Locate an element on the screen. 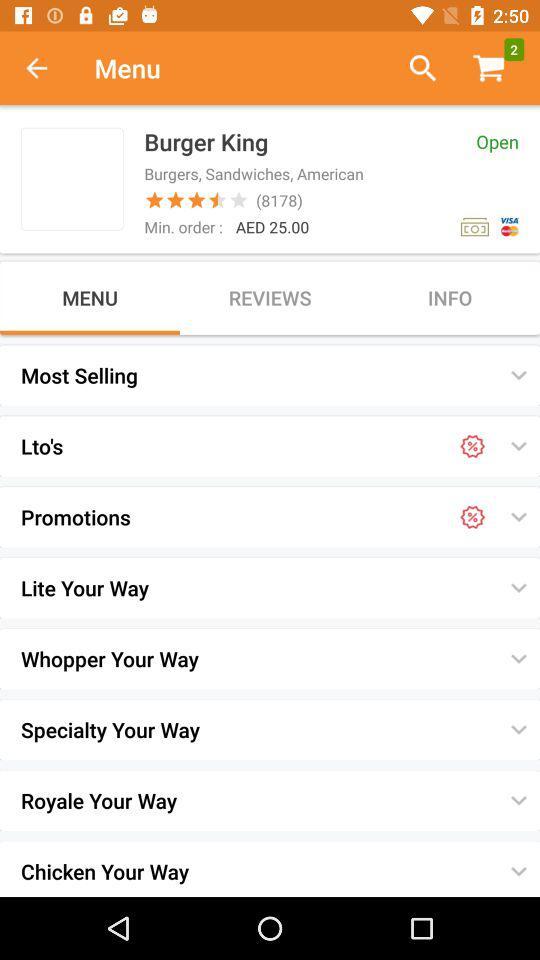 The height and width of the screenshot is (960, 540). search is located at coordinates (414, 68).